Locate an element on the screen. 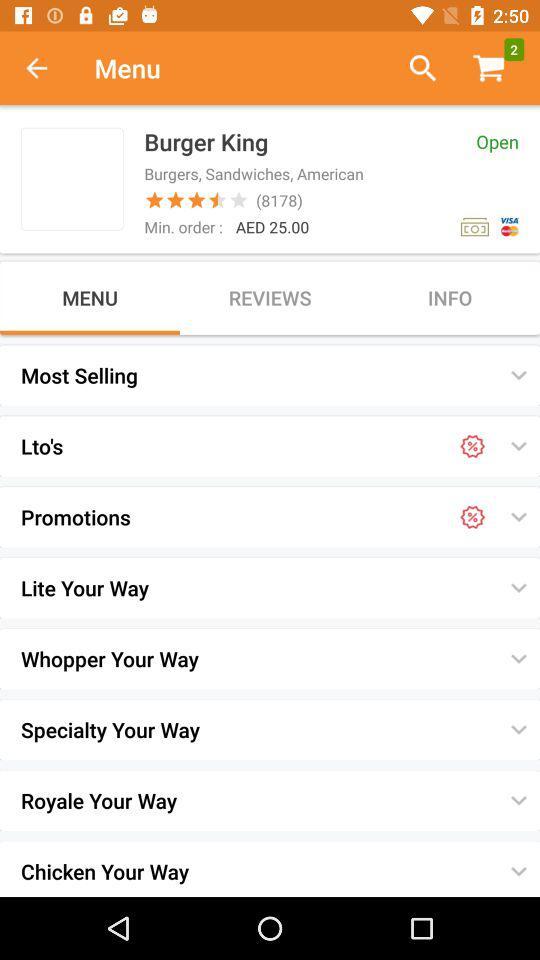 The height and width of the screenshot is (960, 540). search is located at coordinates (414, 68).